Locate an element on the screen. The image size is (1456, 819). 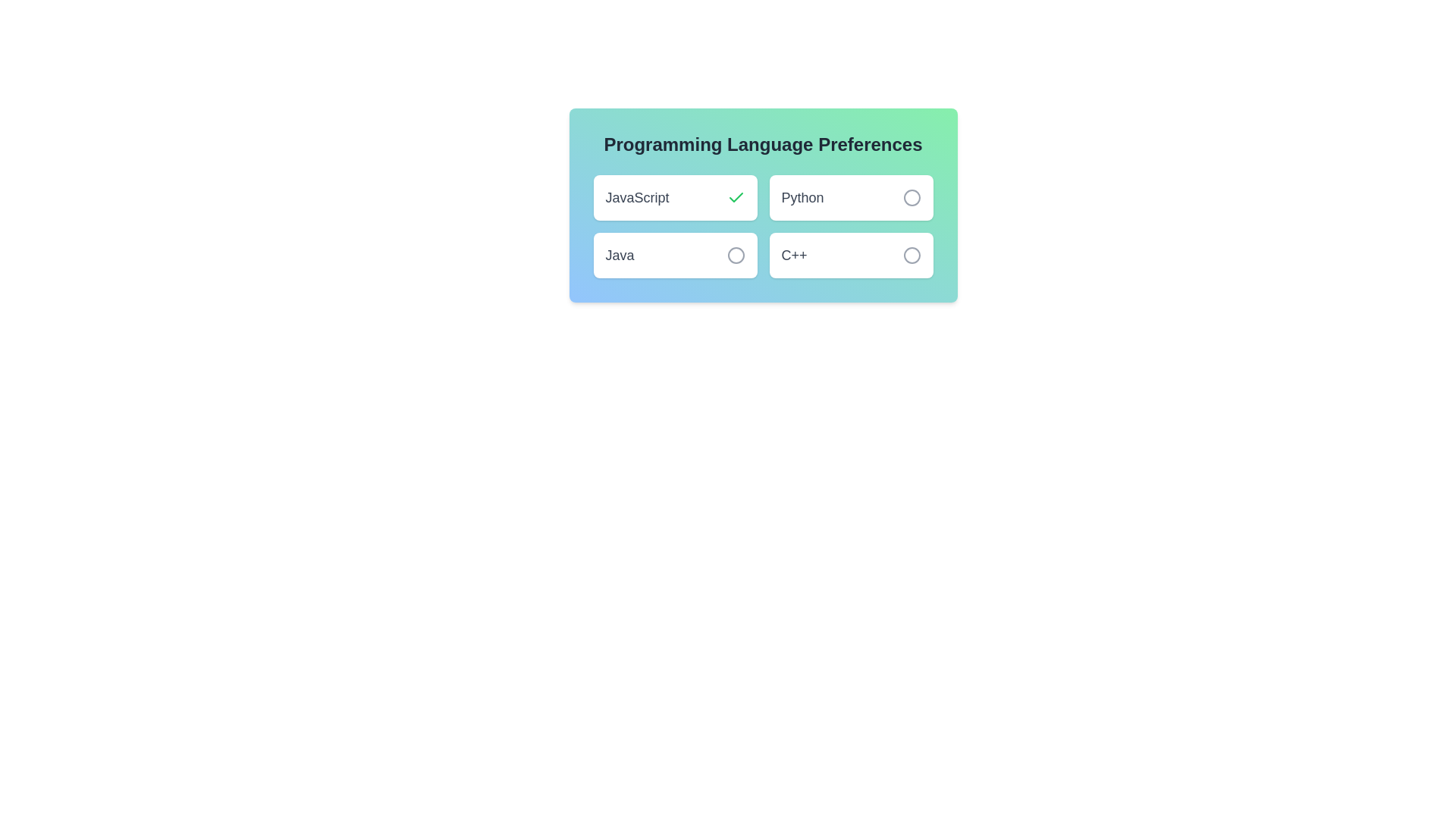
the language Java by clicking its associated button is located at coordinates (736, 254).